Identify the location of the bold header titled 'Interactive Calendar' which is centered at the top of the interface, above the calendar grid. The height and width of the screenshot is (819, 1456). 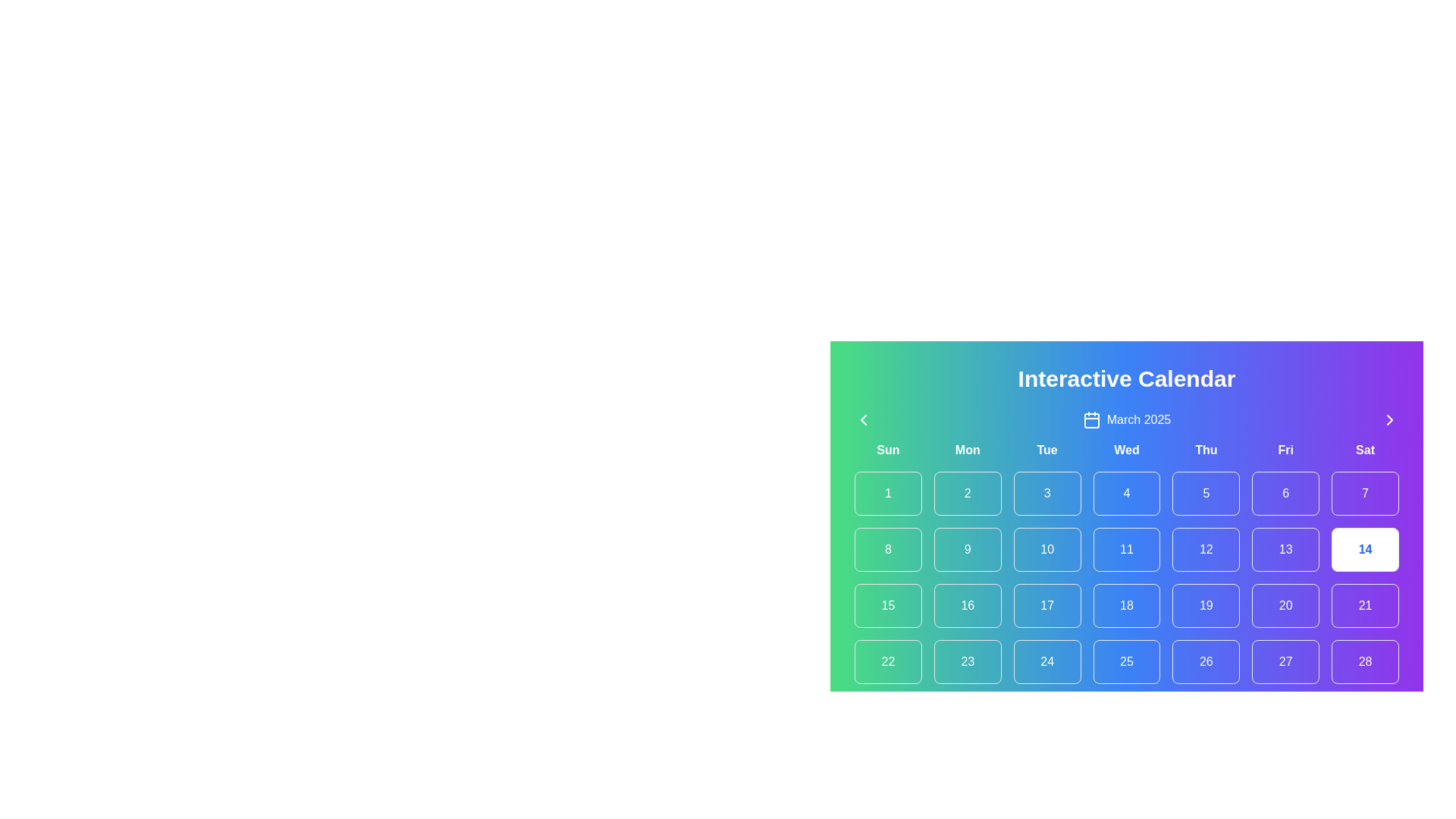
(1127, 378).